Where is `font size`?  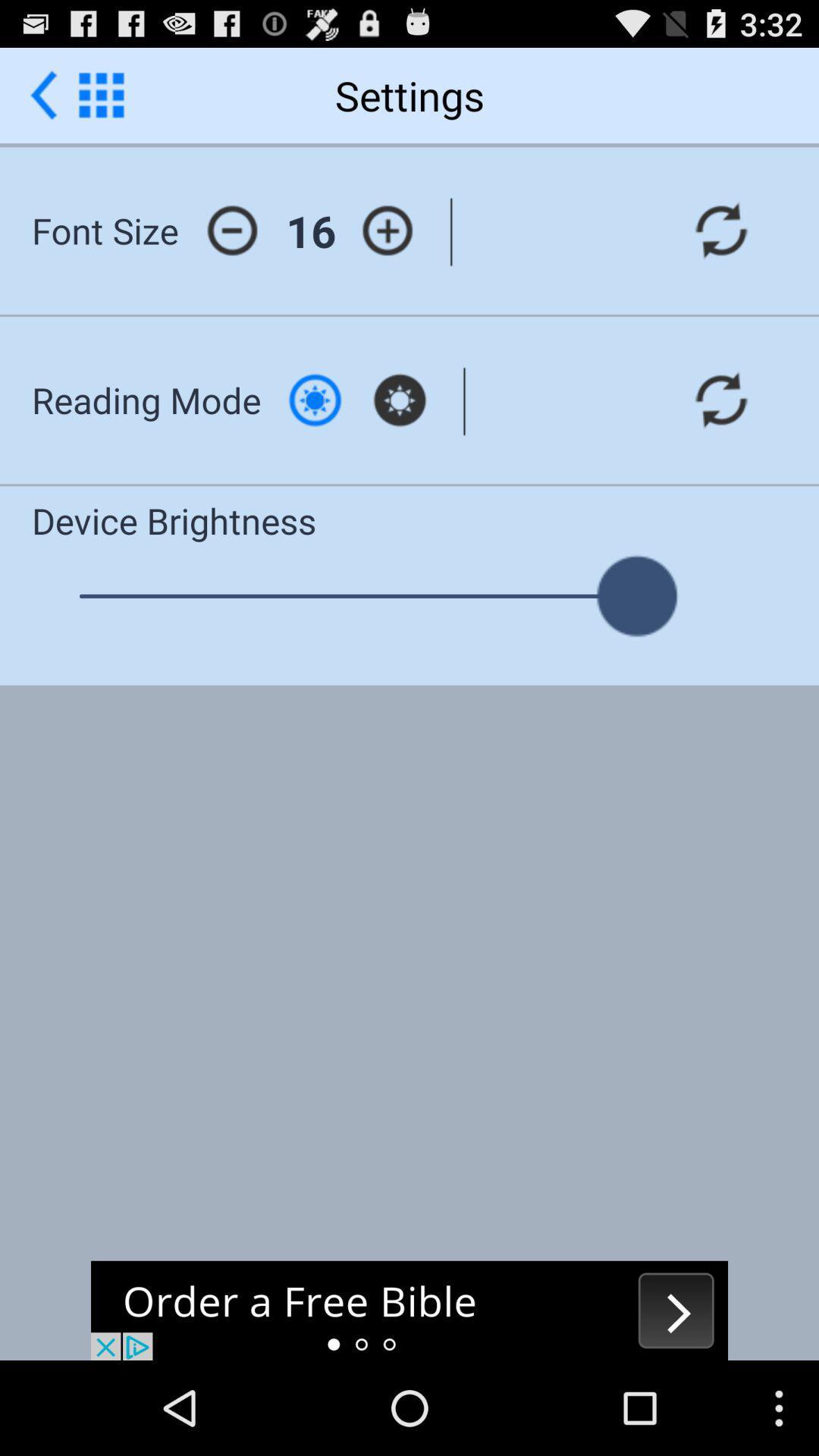 font size is located at coordinates (720, 230).